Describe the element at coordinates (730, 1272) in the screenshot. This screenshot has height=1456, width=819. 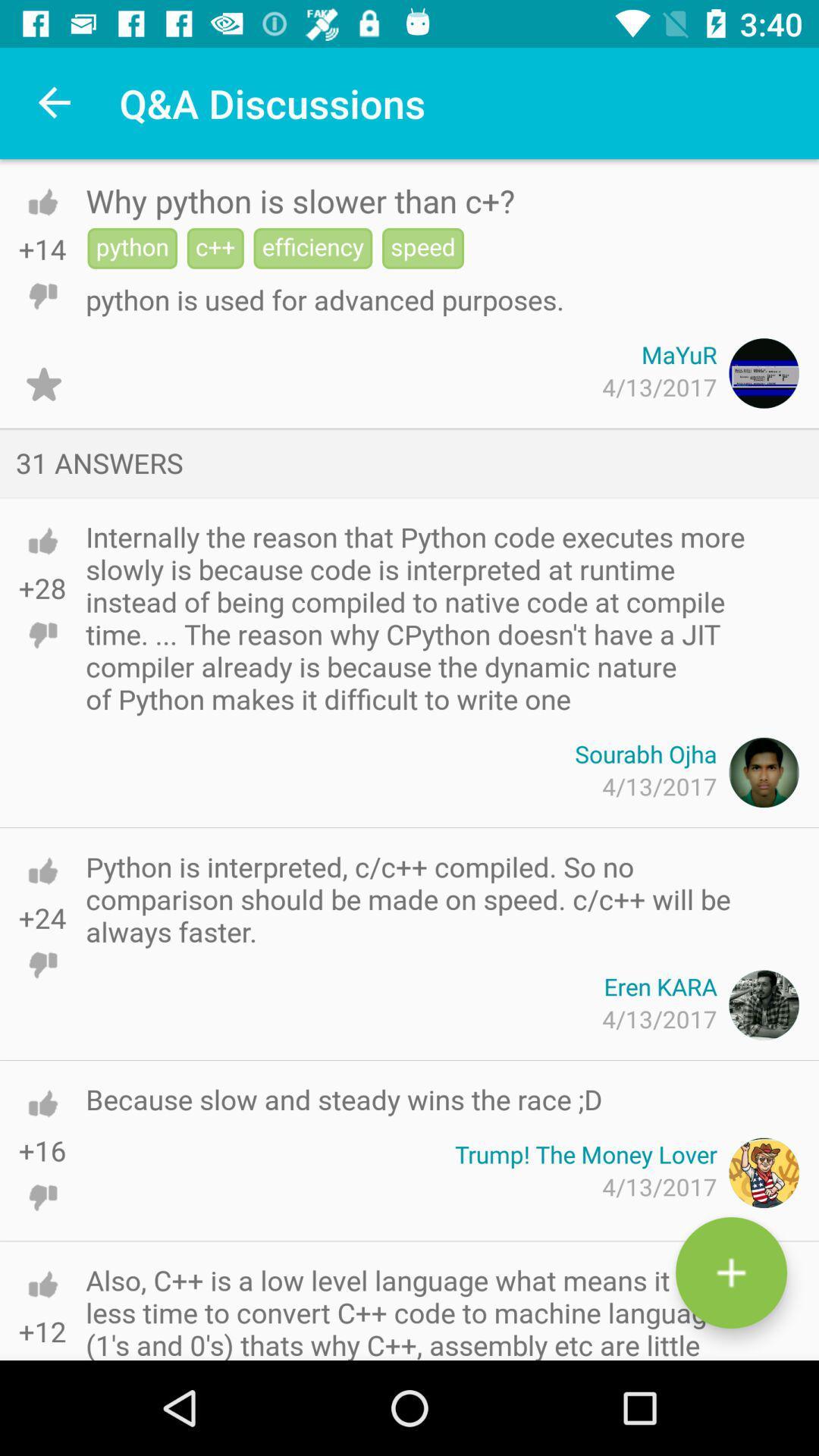
I see `the add icon` at that location.